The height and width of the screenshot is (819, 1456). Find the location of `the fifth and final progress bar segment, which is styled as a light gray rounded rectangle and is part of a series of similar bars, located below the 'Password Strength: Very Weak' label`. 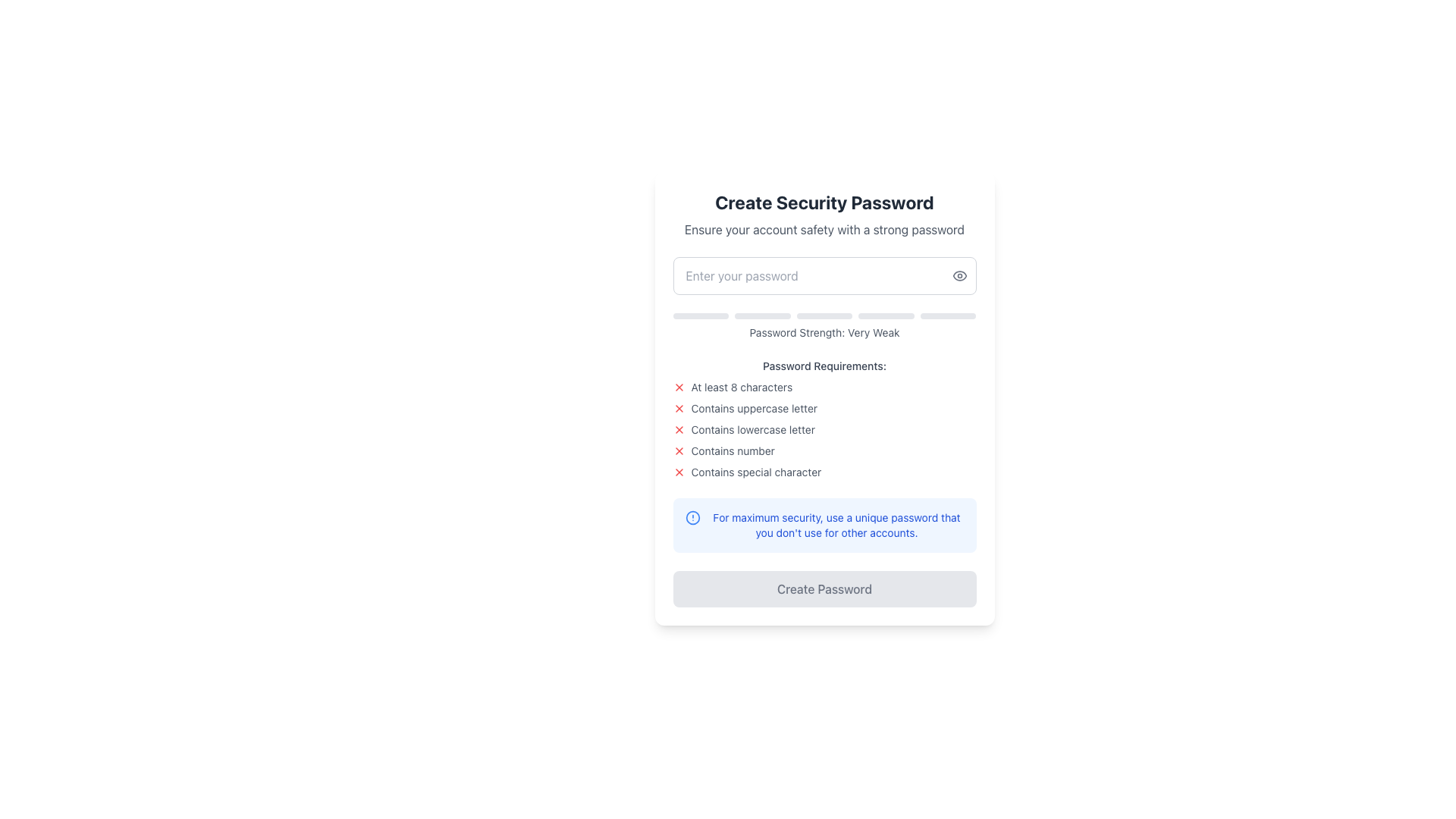

the fifth and final progress bar segment, which is styled as a light gray rounded rectangle and is part of a series of similar bars, located below the 'Password Strength: Very Weak' label is located at coordinates (947, 315).